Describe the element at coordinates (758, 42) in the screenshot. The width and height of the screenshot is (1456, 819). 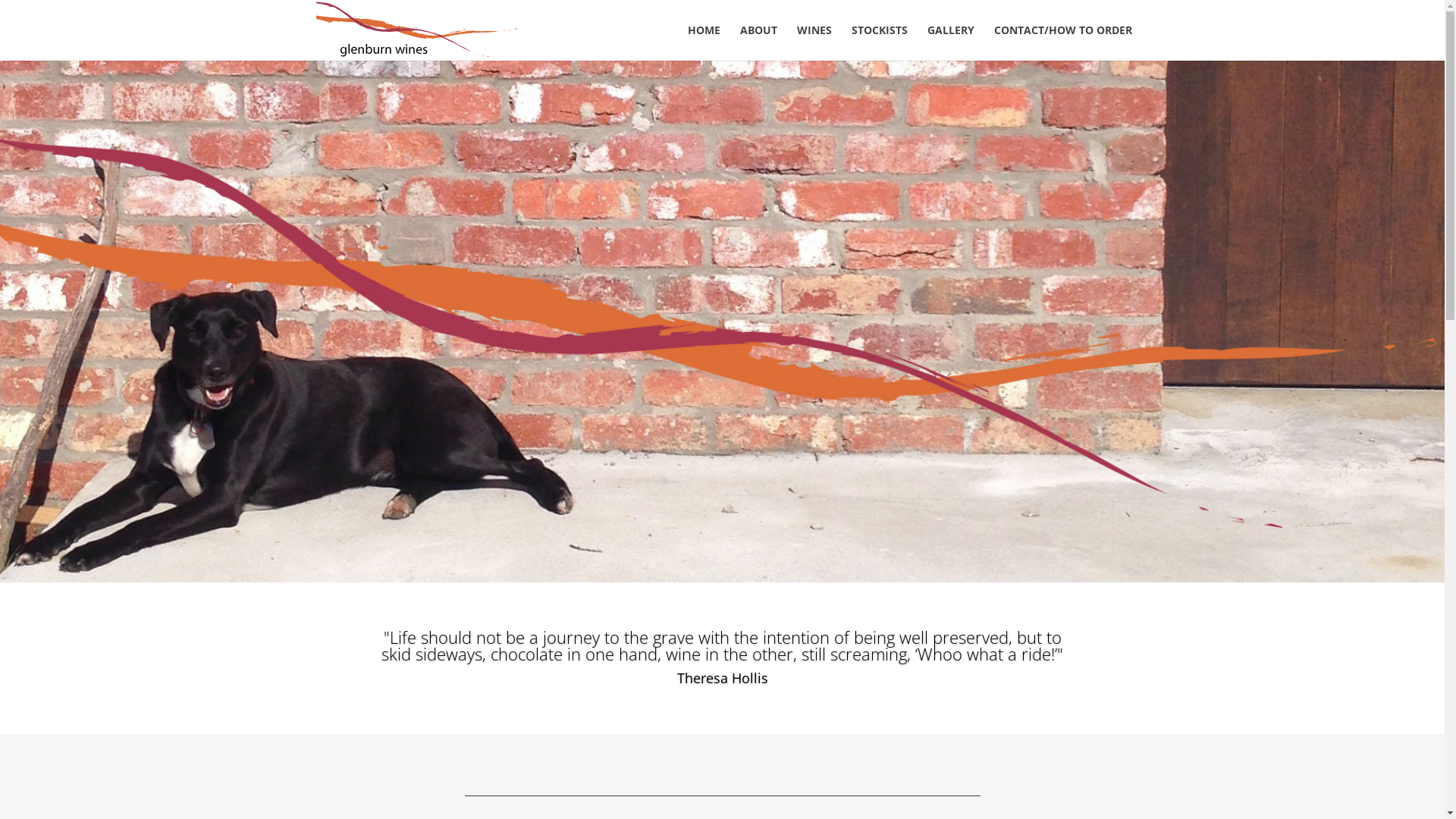
I see `'ABOUT'` at that location.